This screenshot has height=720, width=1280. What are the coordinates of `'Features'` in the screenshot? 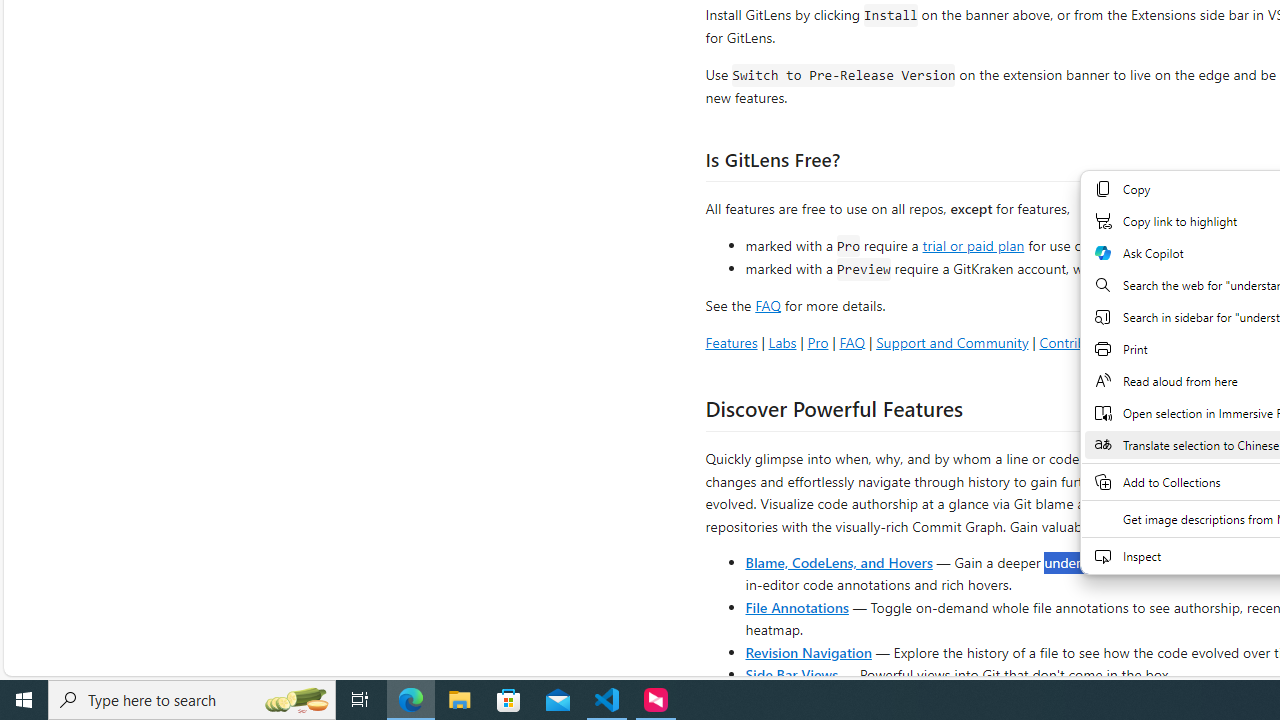 It's located at (730, 341).